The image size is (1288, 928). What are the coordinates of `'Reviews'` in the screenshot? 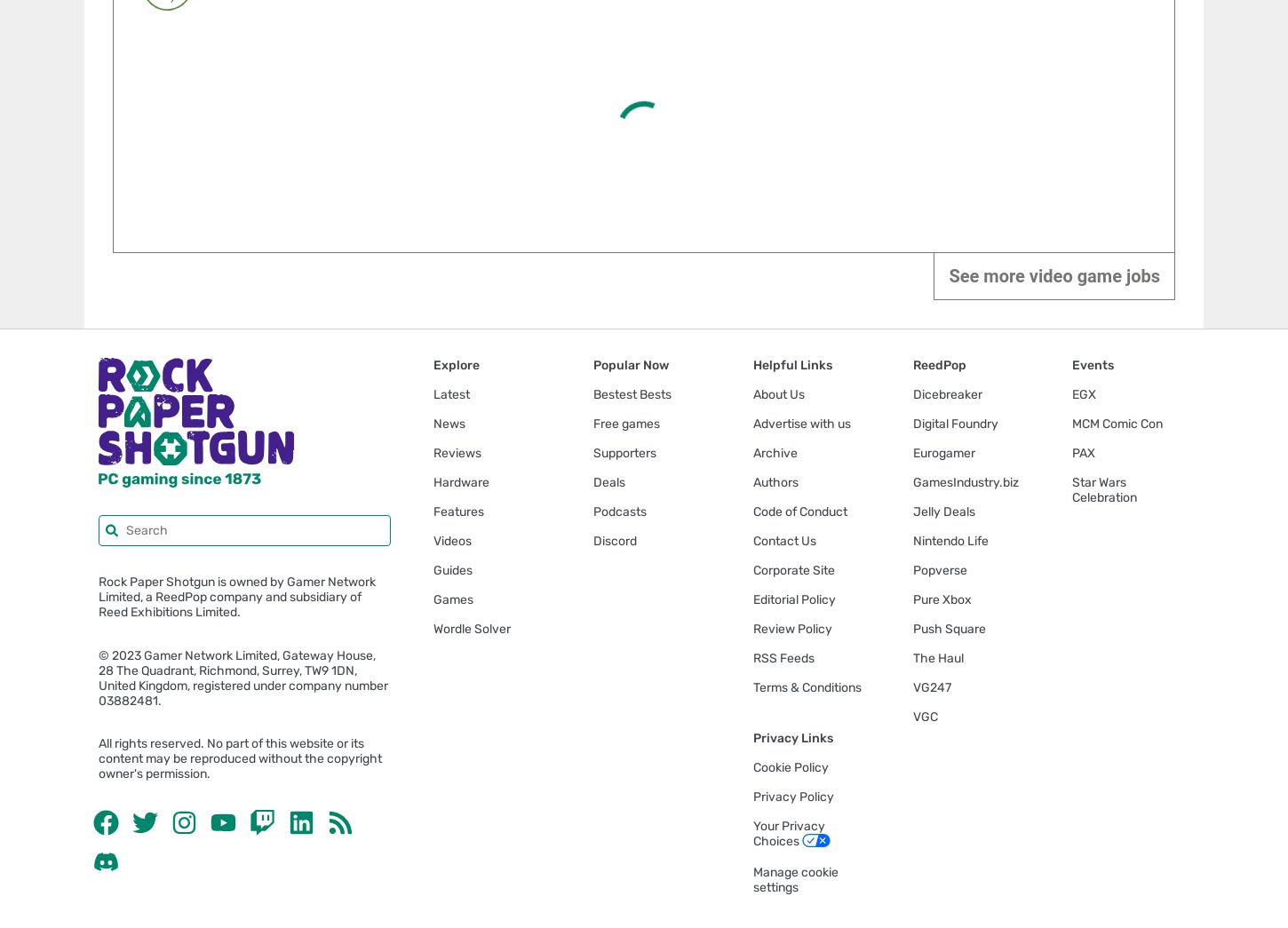 It's located at (457, 451).